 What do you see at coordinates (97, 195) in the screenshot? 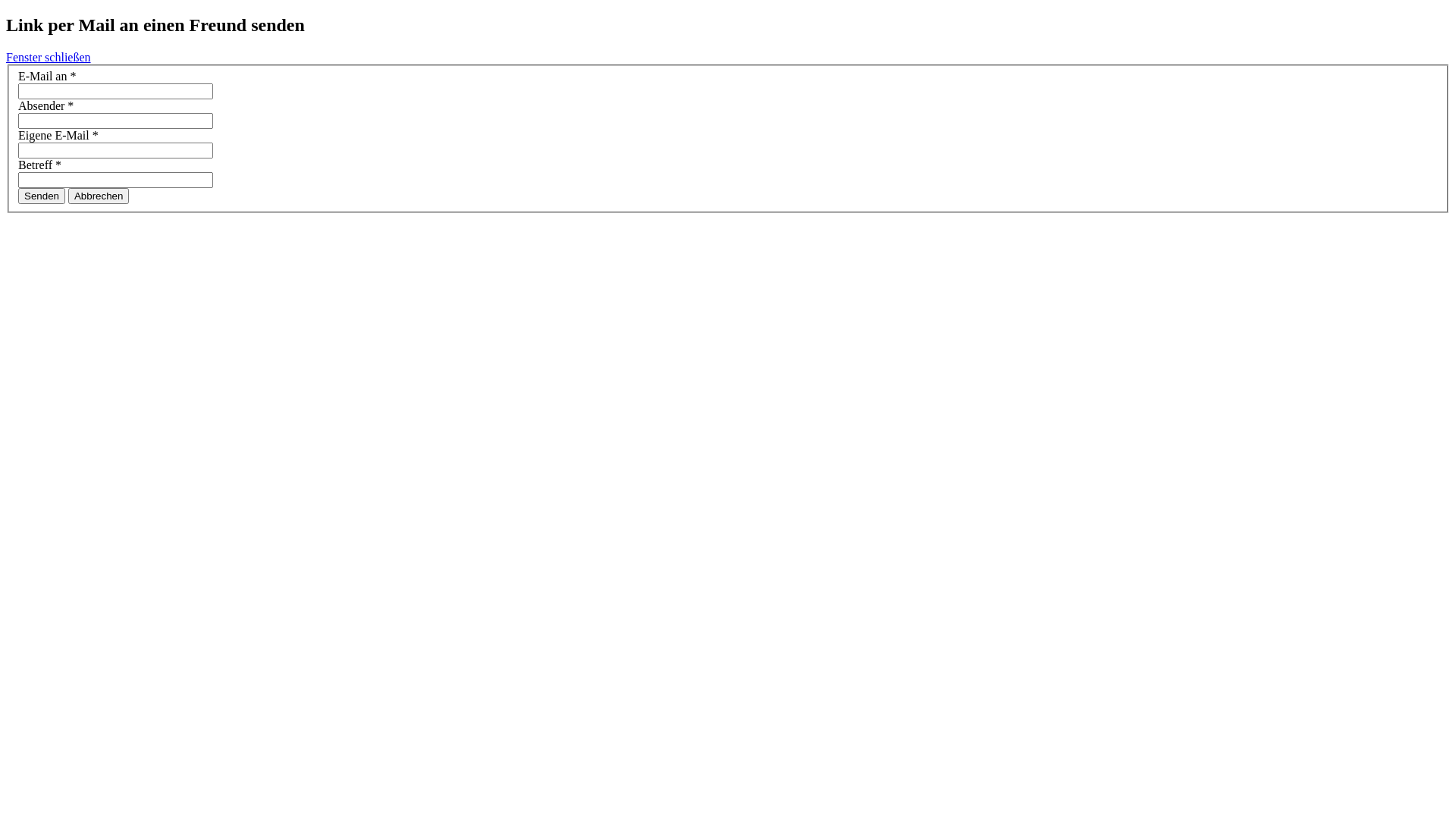
I see `'Abbrechen'` at bounding box center [97, 195].